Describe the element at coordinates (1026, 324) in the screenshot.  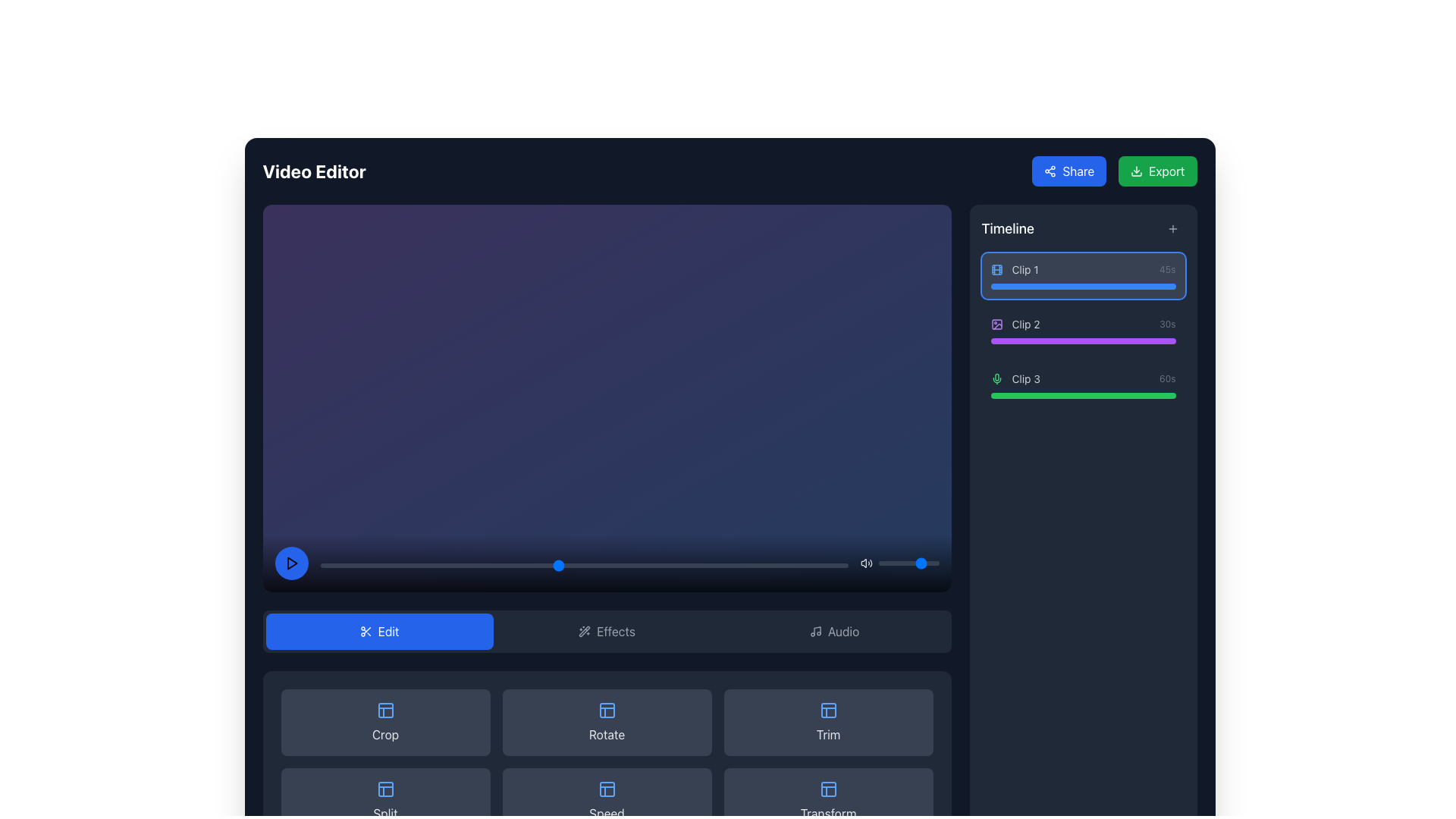
I see `the text label identifying 'Clip 2' in the timeline of the video editor to read its content` at that location.